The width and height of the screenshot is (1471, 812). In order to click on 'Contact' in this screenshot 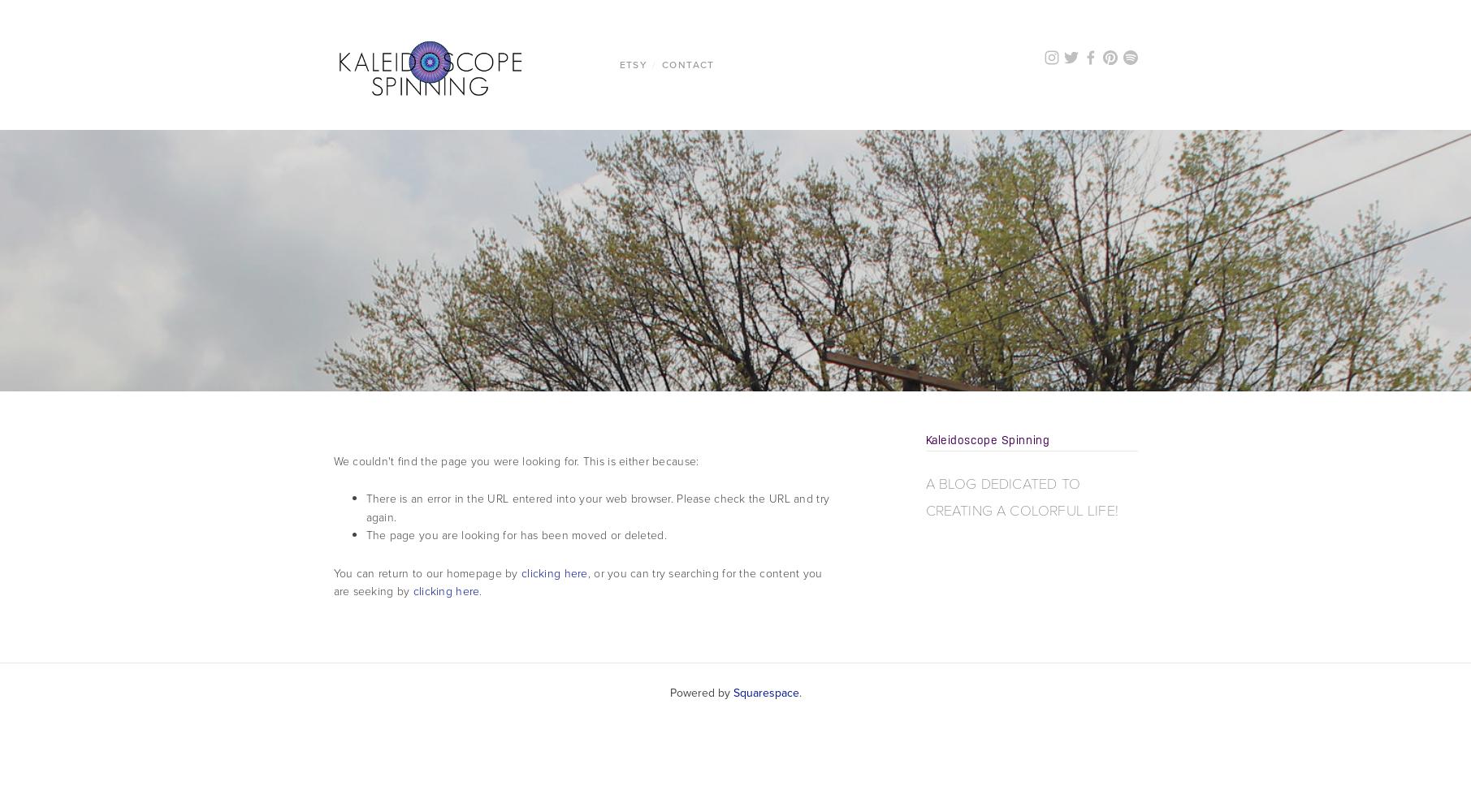, I will do `click(687, 63)`.